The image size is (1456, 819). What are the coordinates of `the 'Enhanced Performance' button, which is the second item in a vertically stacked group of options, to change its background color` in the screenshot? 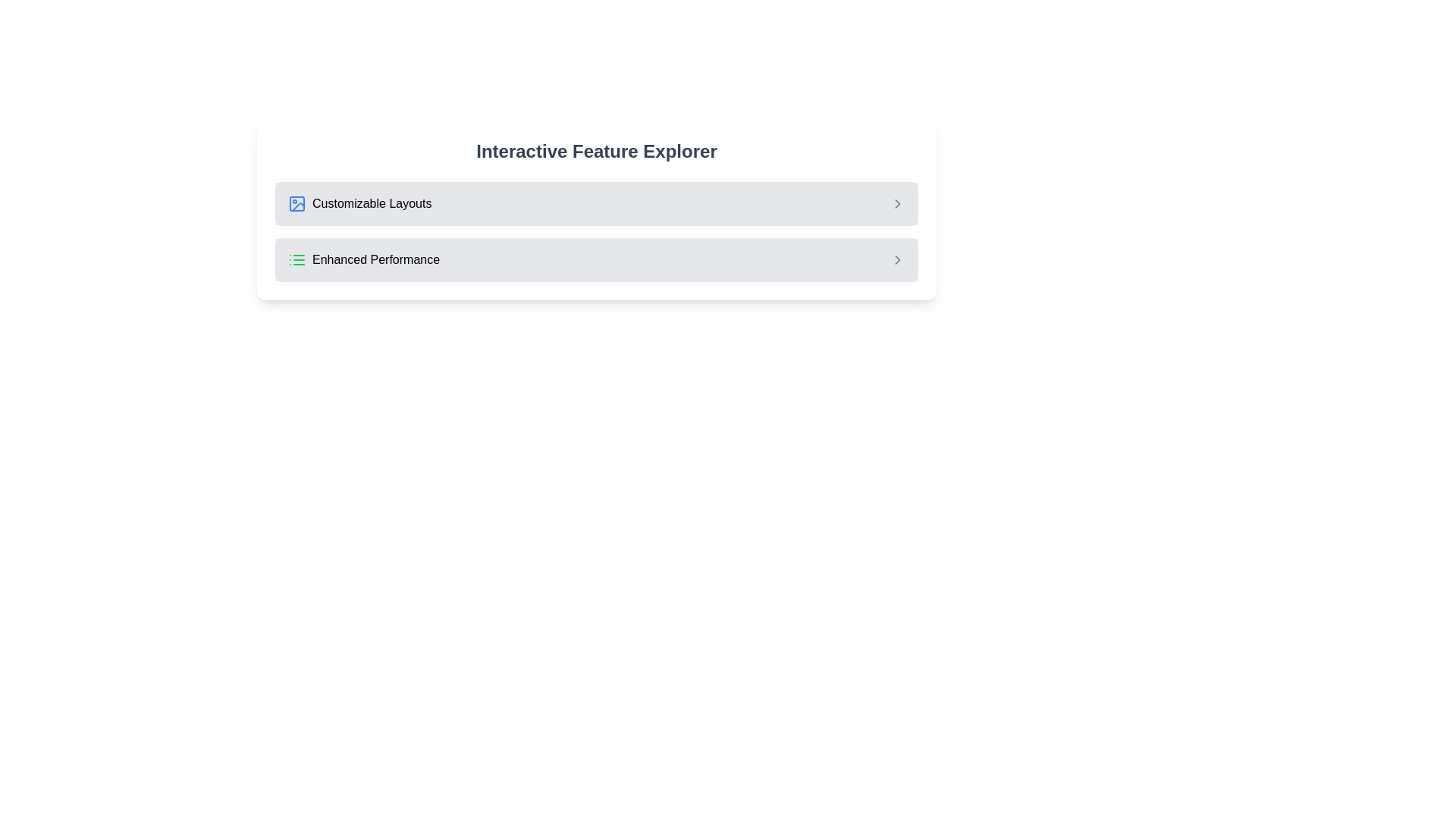 It's located at (596, 259).